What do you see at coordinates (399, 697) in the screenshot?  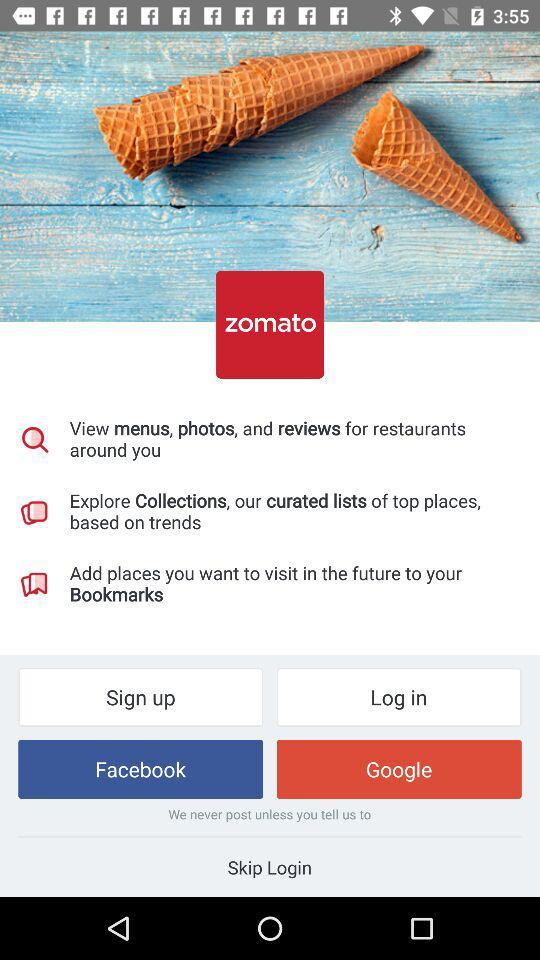 I see `item below the add places you icon` at bounding box center [399, 697].